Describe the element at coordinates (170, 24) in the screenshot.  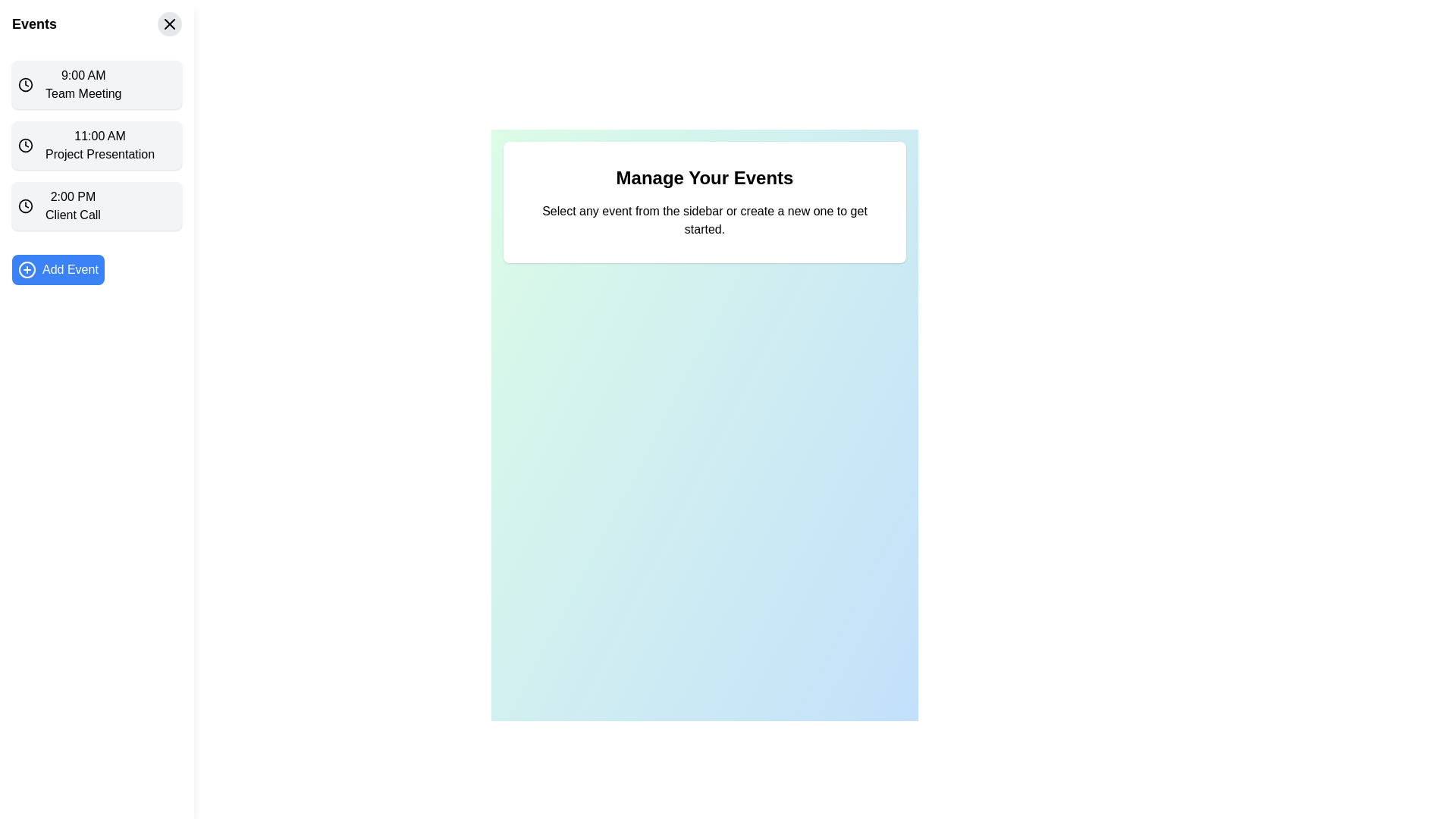
I see `the 'X' icon located in the top-right corner of the sidebar header, adjacent to the title 'Events'` at that location.